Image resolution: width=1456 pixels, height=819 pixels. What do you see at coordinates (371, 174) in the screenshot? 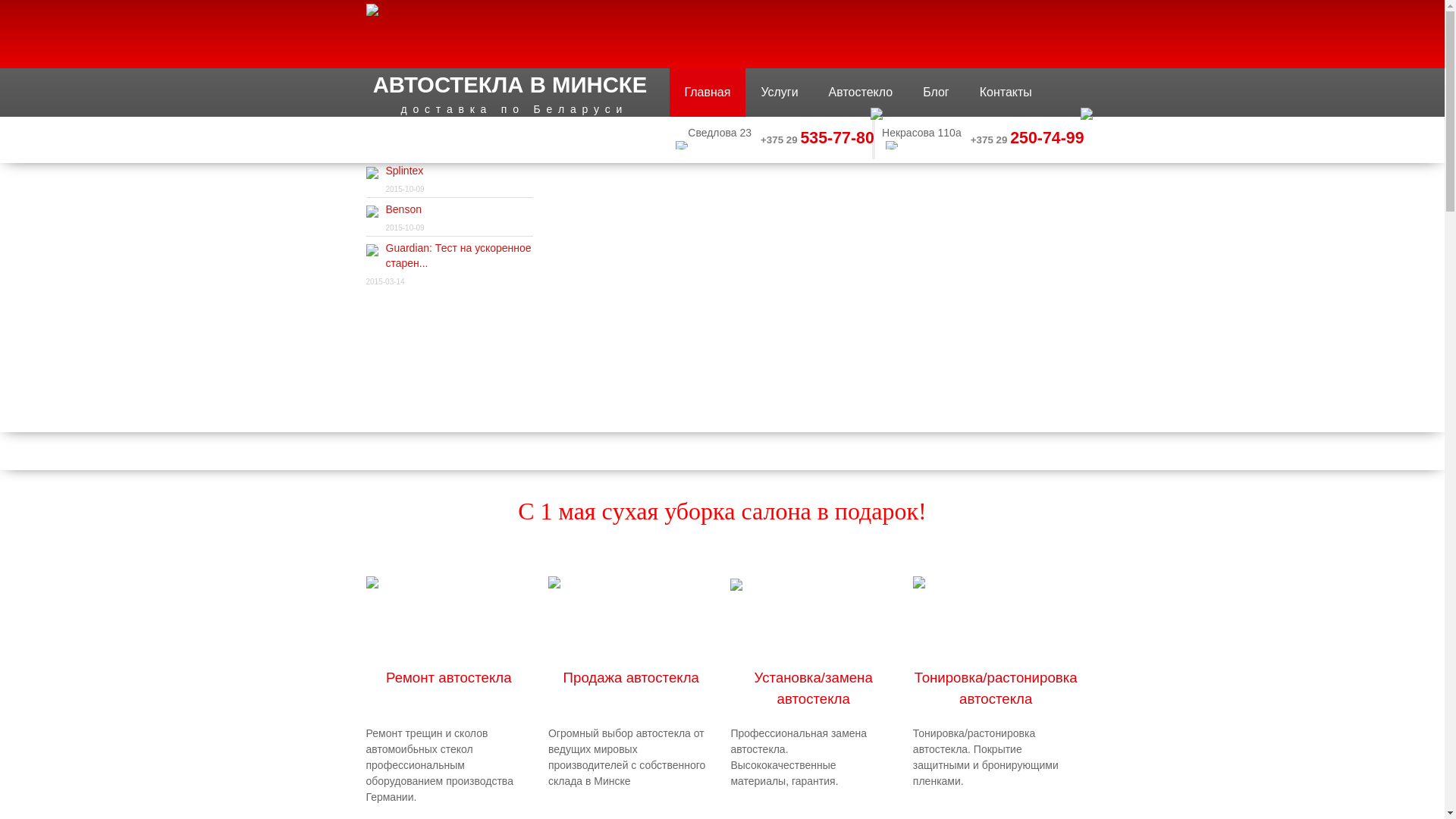
I see `'Splintex'` at bounding box center [371, 174].